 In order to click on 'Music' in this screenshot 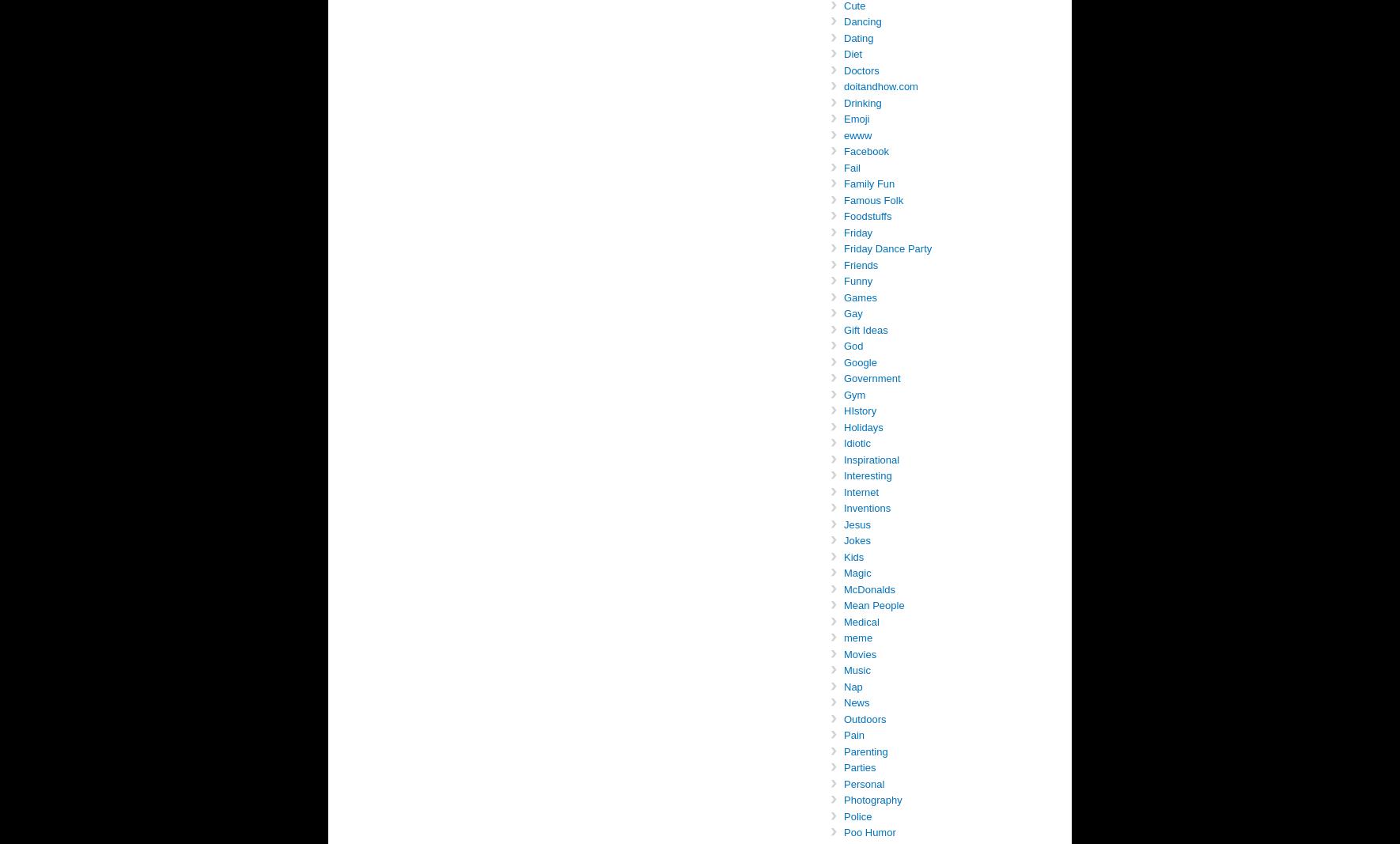, I will do `click(857, 669)`.